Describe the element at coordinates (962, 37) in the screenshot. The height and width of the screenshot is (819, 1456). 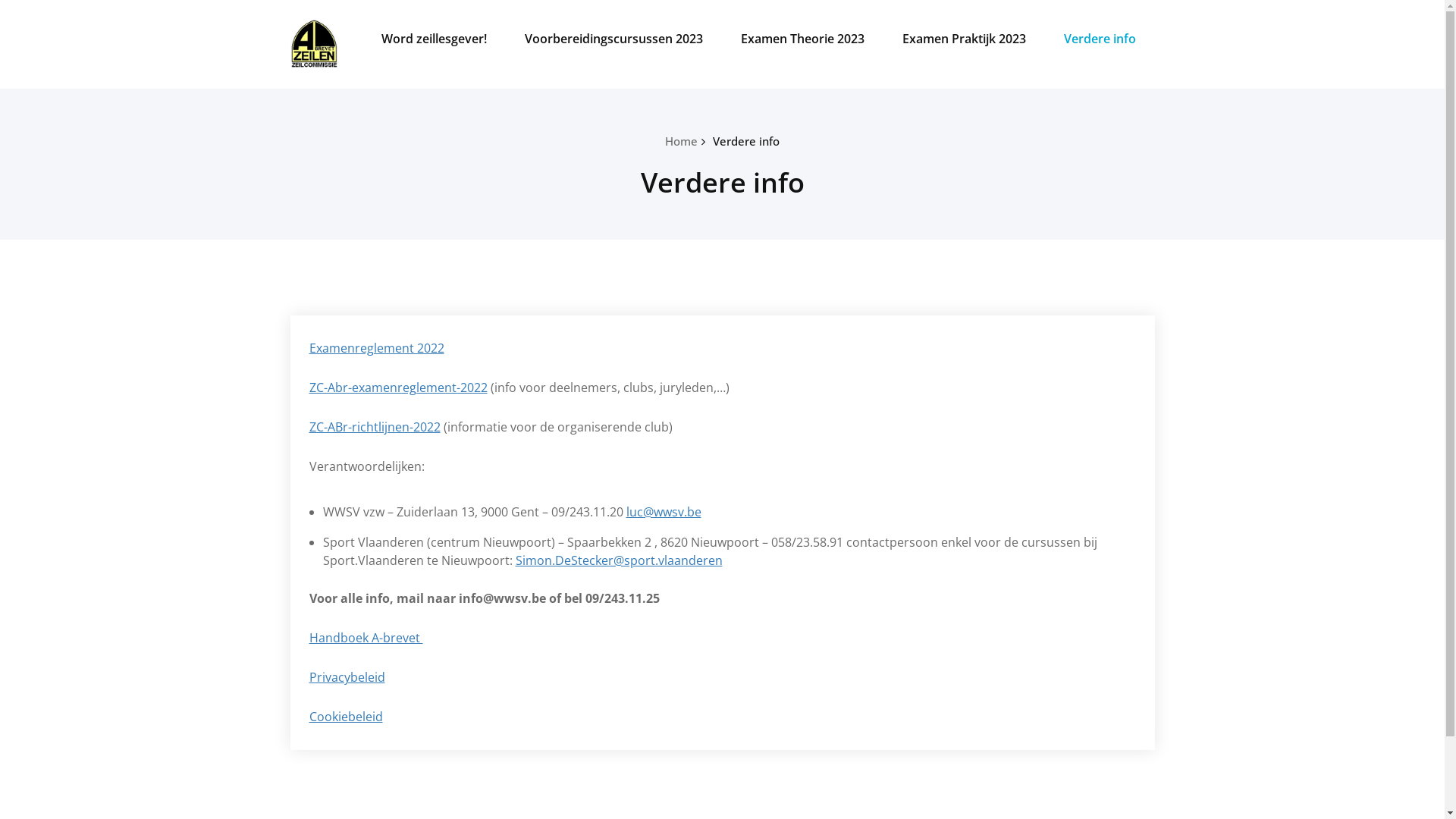
I see `'Examen Praktijk 2023'` at that location.